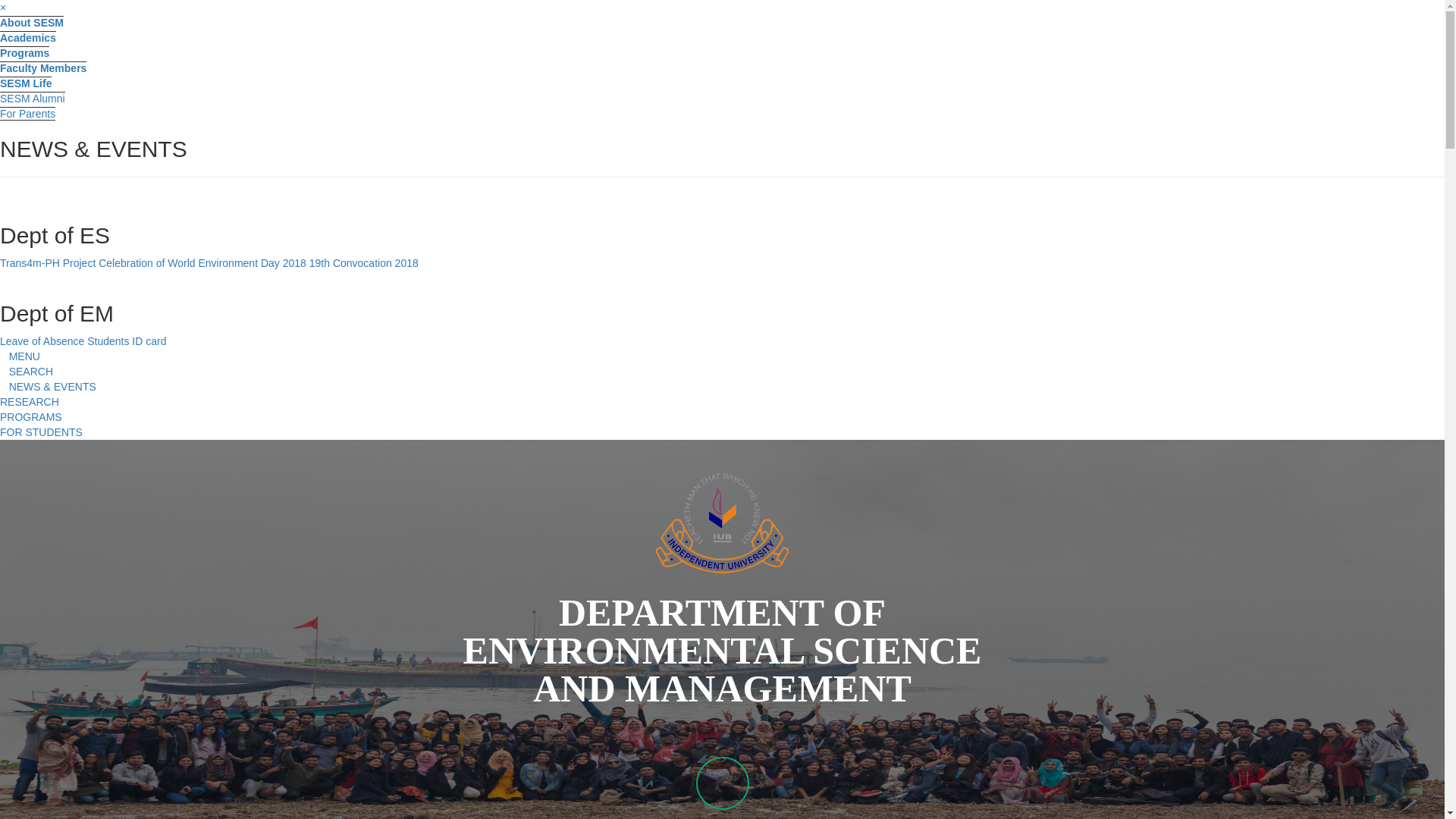  What do you see at coordinates (48, 385) in the screenshot?
I see `'   NEWS & EVENTS'` at bounding box center [48, 385].